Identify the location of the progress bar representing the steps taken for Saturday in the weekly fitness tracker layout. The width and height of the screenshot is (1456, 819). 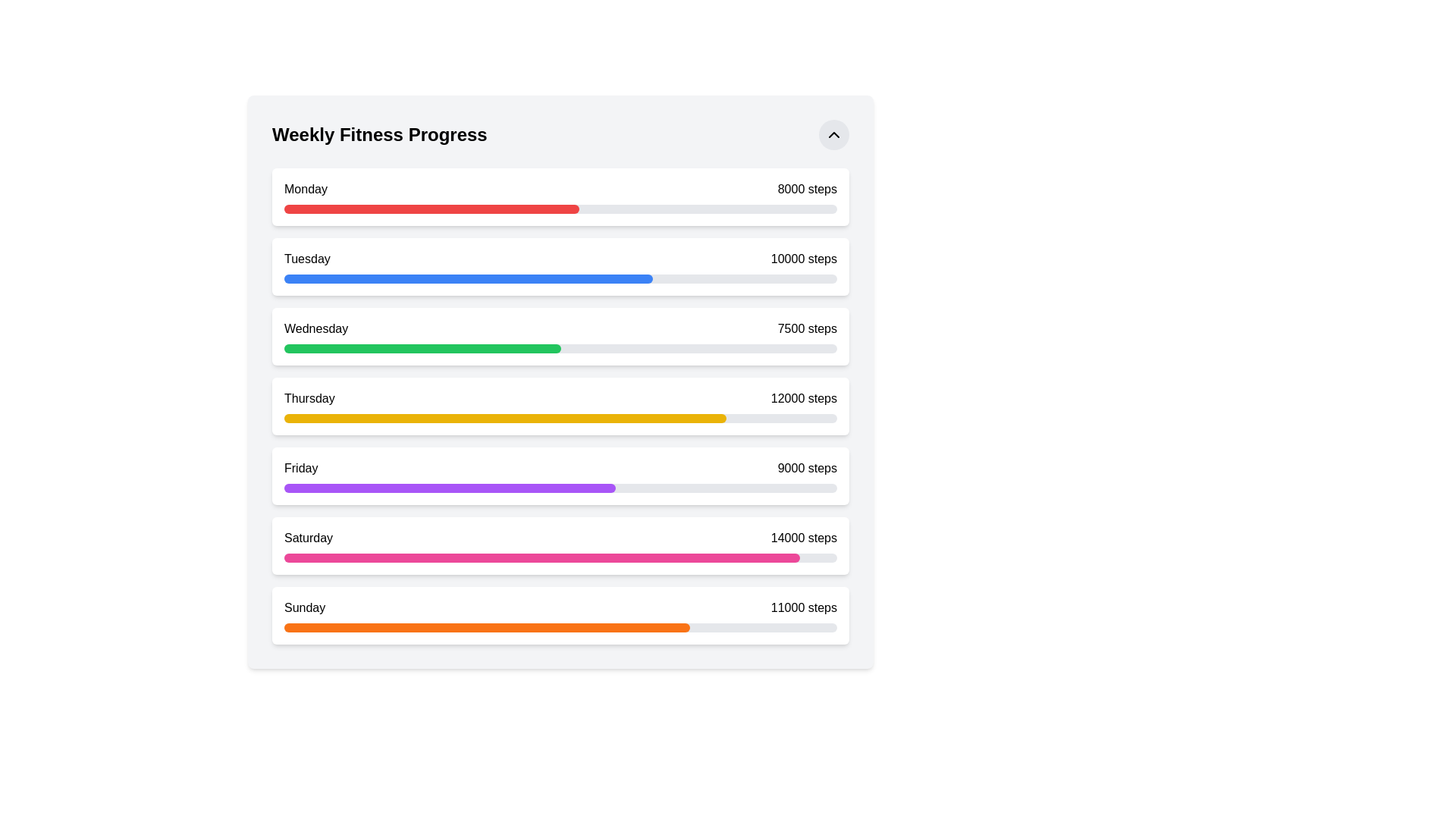
(560, 555).